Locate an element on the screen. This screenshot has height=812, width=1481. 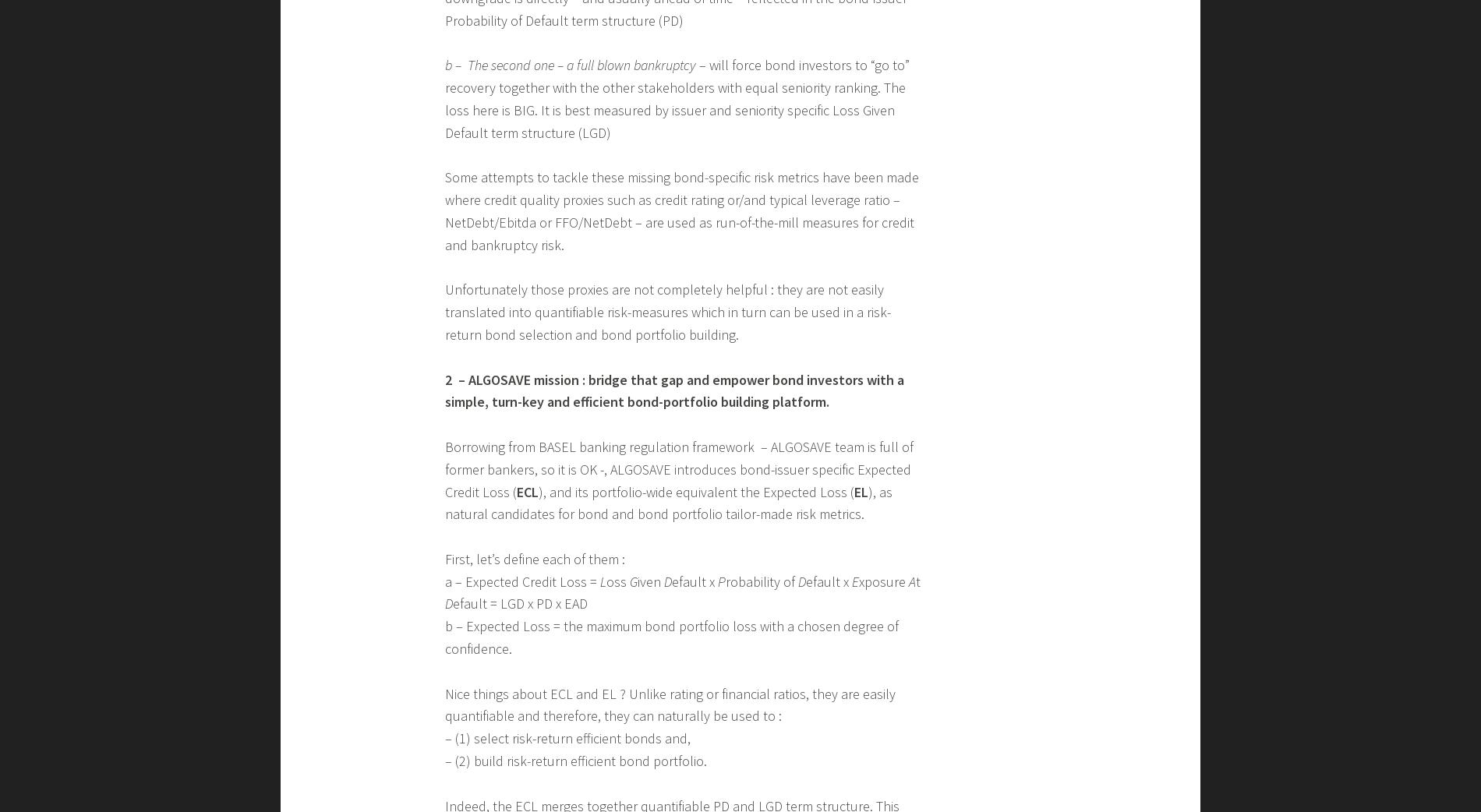
'), as natural candidates for bond and bond portfolio tailor-made risk metrics.' is located at coordinates (668, 502).